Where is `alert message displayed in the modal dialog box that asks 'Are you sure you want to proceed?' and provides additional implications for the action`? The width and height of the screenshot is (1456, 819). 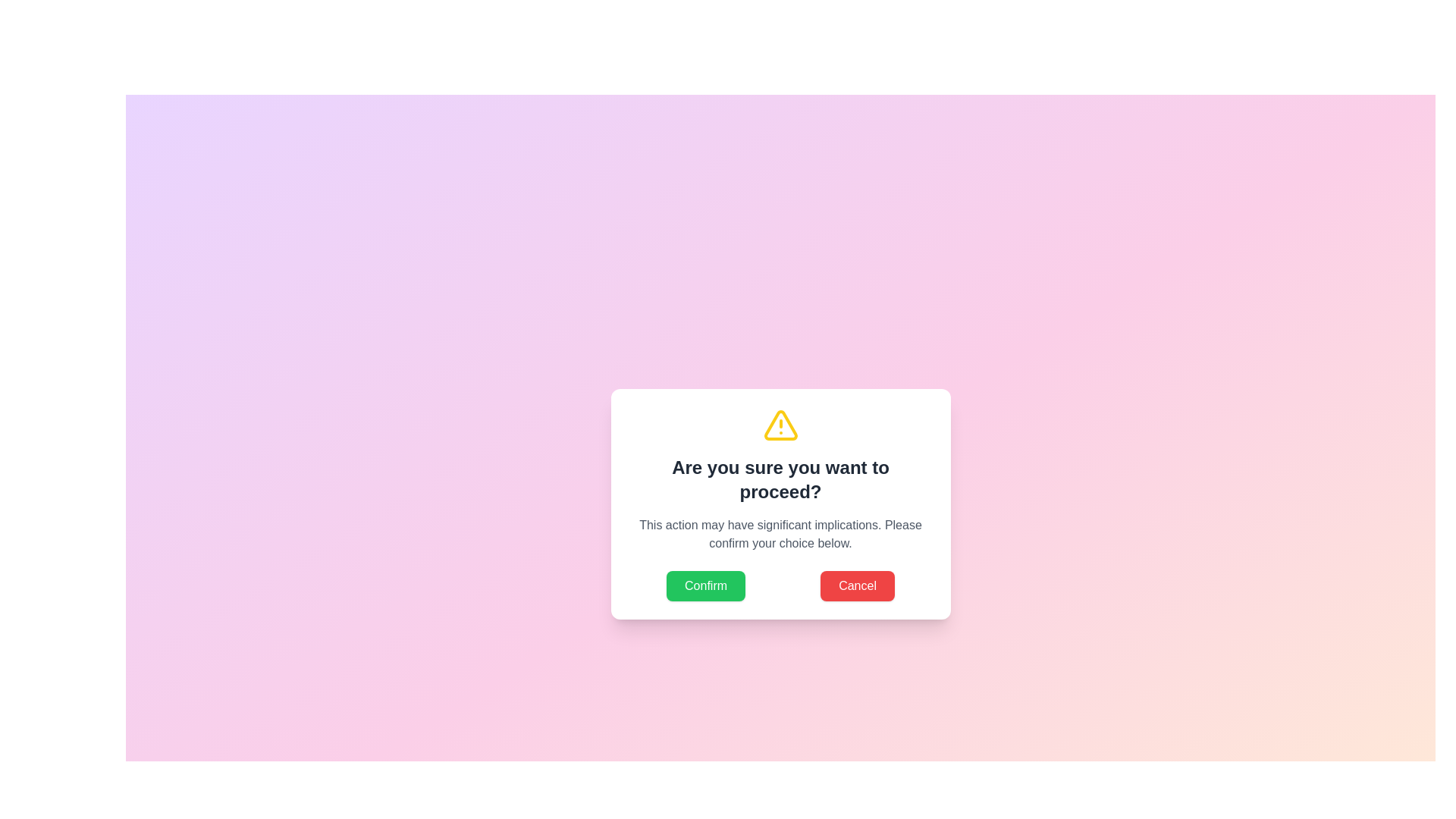
alert message displayed in the modal dialog box that asks 'Are you sure you want to proceed?' and provides additional implications for the action is located at coordinates (780, 504).